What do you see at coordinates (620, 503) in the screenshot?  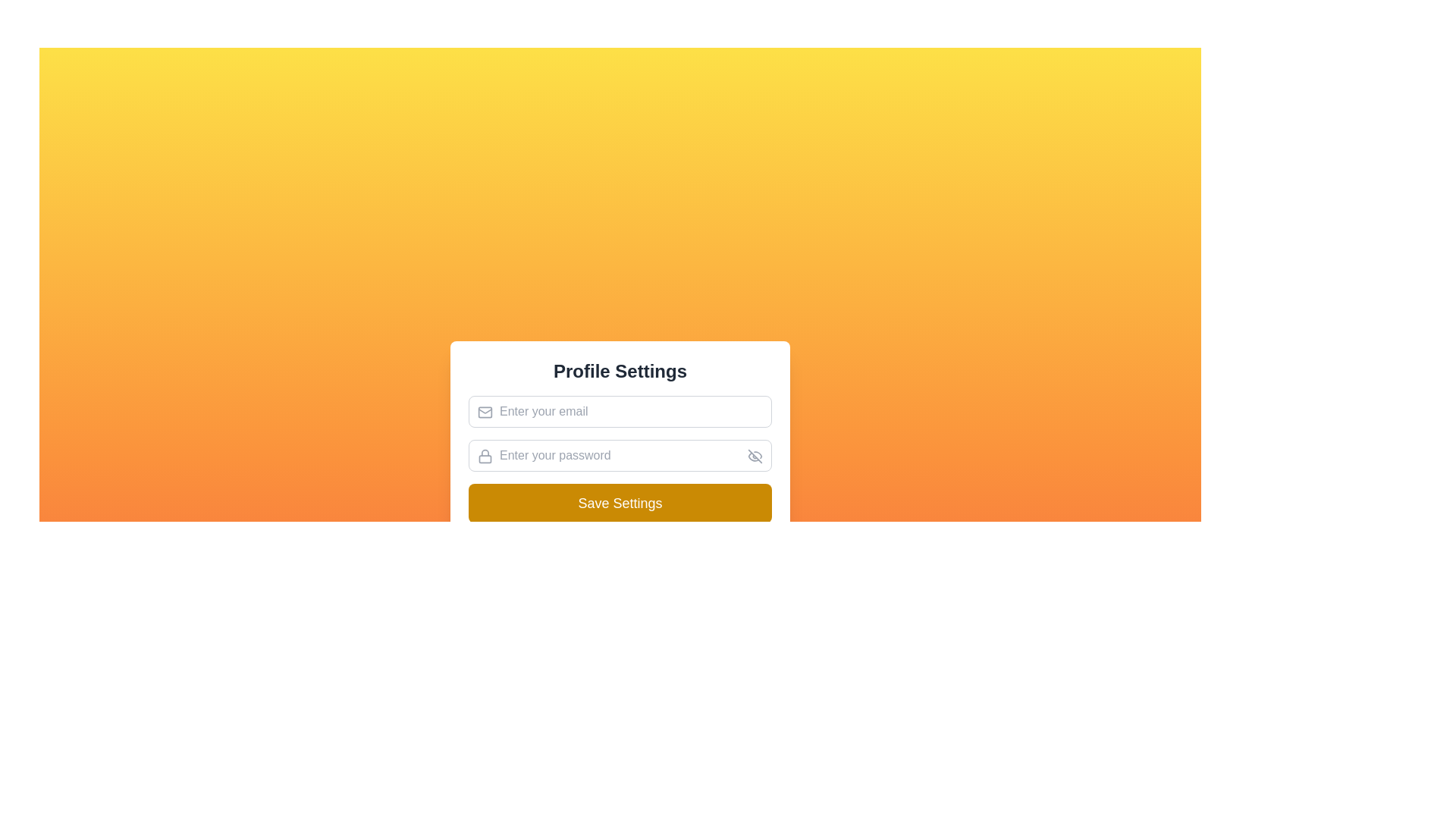 I see `the Submit Button located beneath the password entry field` at bounding box center [620, 503].